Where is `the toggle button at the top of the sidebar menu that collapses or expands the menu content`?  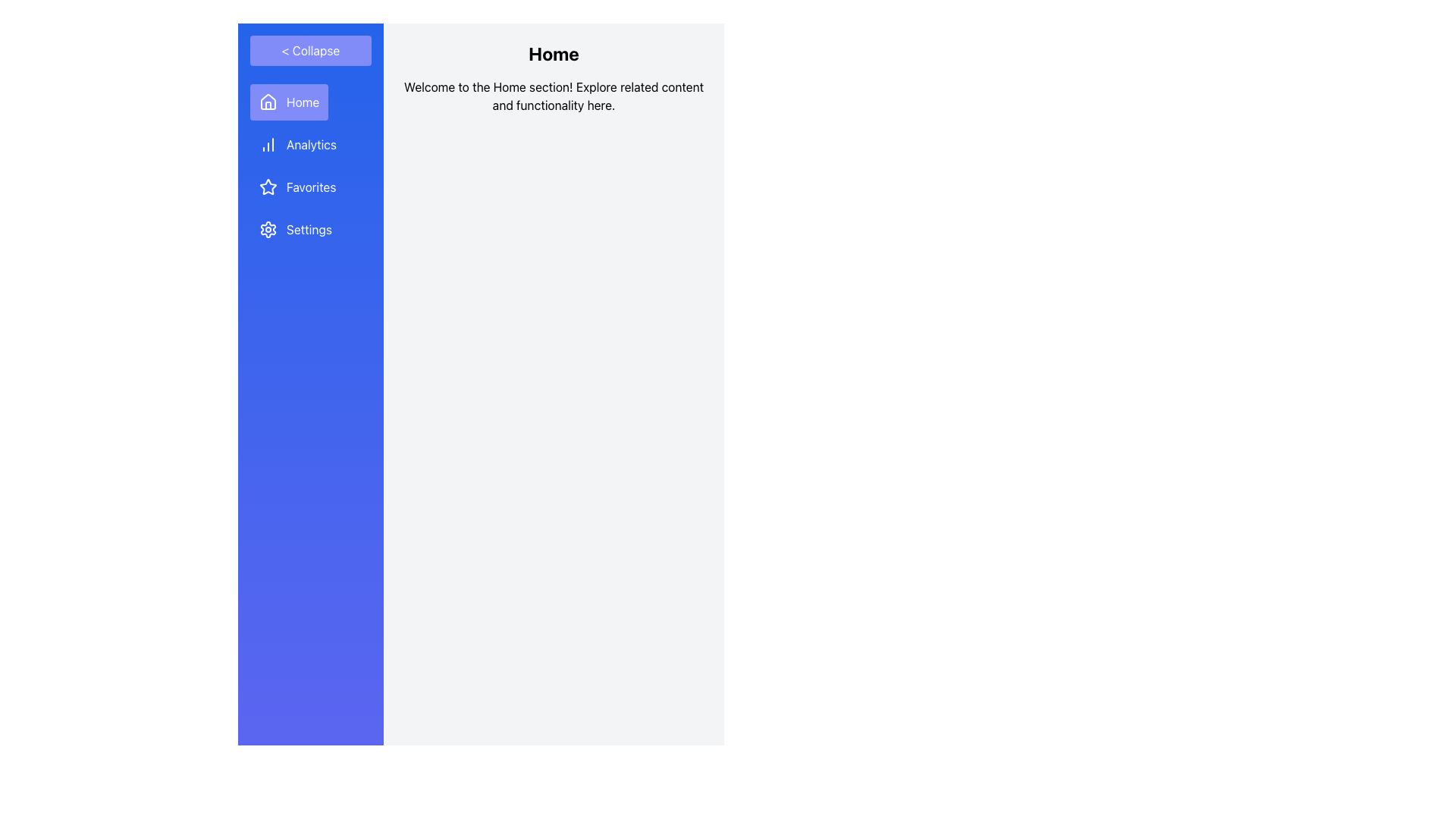 the toggle button at the top of the sidebar menu that collapses or expands the menu content is located at coordinates (310, 49).